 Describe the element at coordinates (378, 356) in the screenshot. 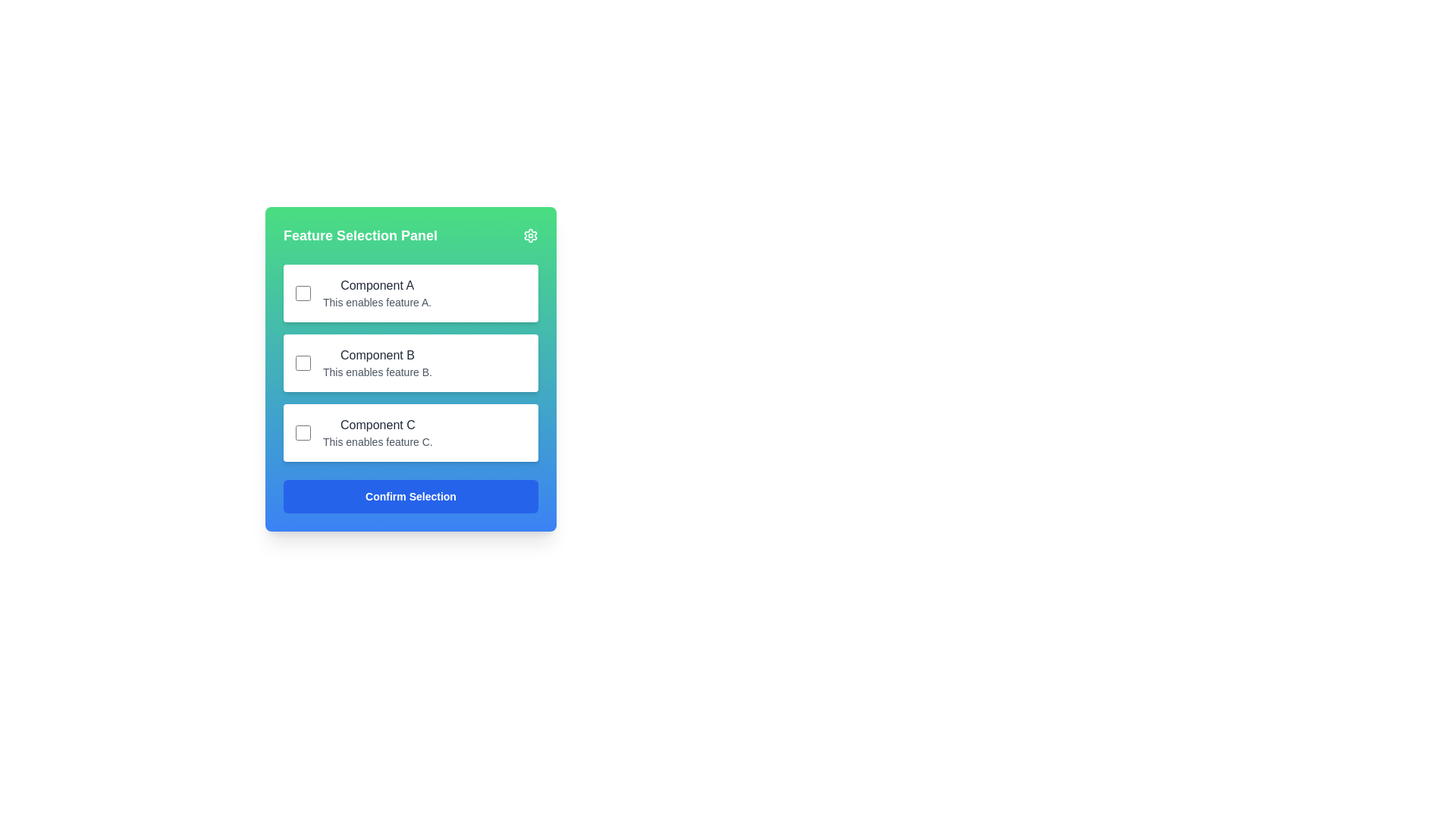

I see `the text label displaying 'Component B' in the 'Feature Selection Panel', which is styled in dark gray and located above the description 'This enables feature B.'` at that location.